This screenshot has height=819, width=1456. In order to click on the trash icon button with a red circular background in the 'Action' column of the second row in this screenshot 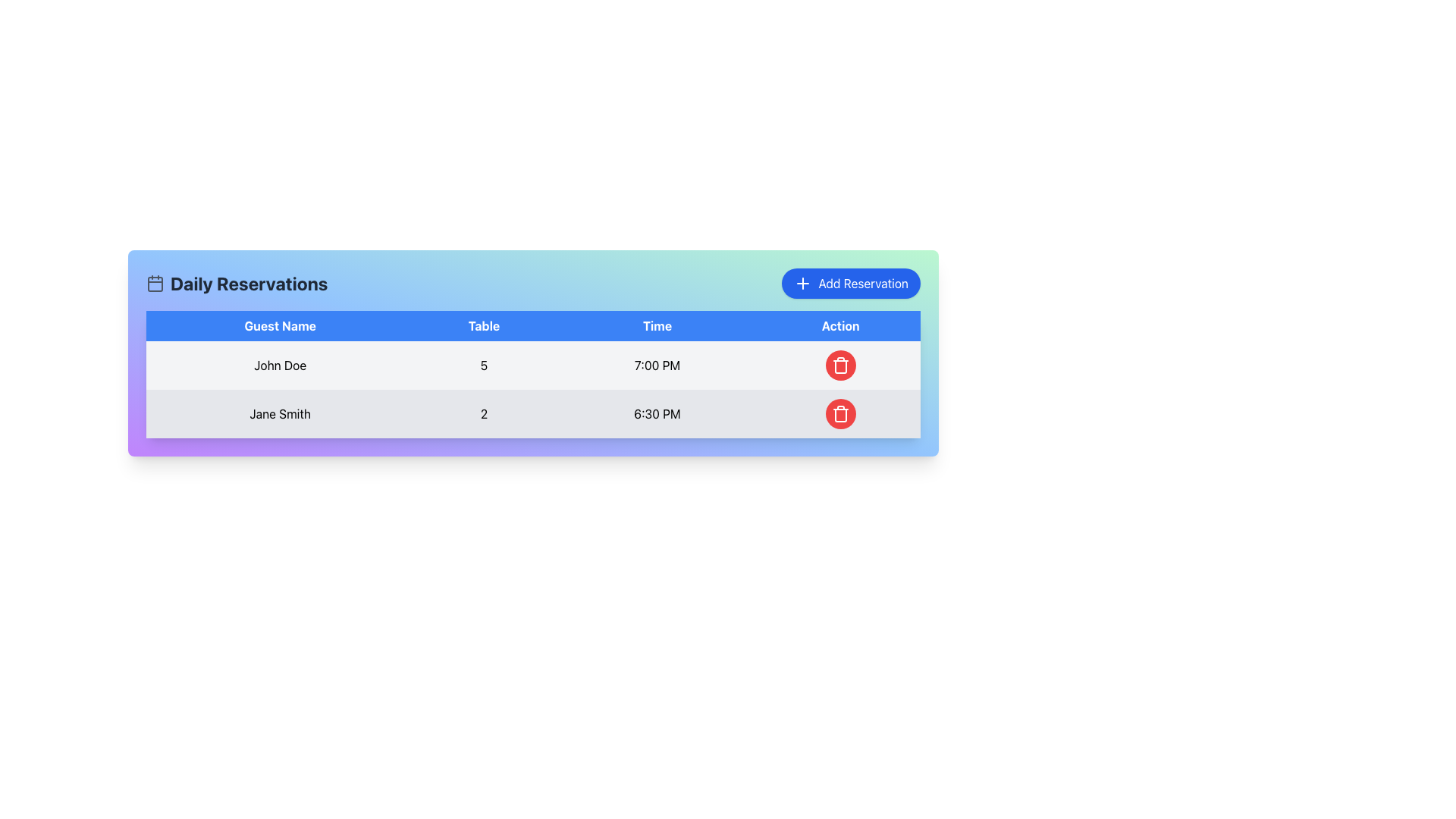, I will do `click(839, 414)`.